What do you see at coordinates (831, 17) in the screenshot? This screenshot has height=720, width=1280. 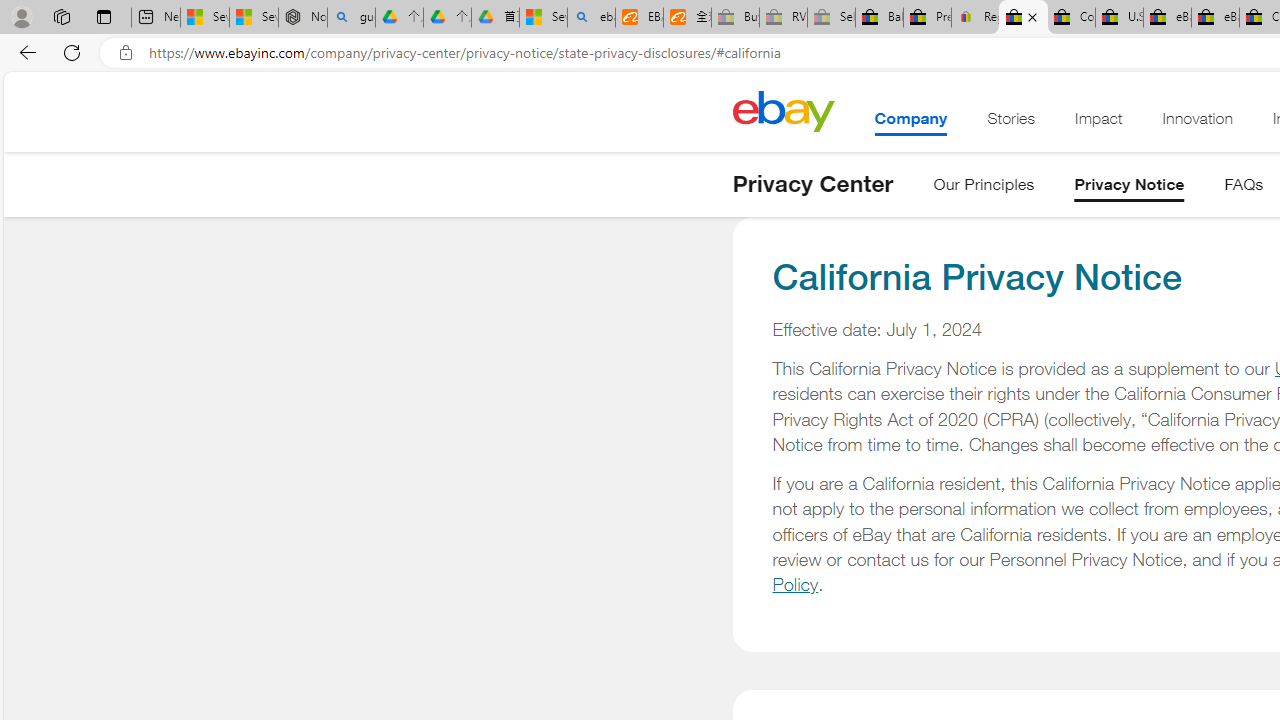 I see `'Sell worldwide with eBay - Sleeping'` at bounding box center [831, 17].